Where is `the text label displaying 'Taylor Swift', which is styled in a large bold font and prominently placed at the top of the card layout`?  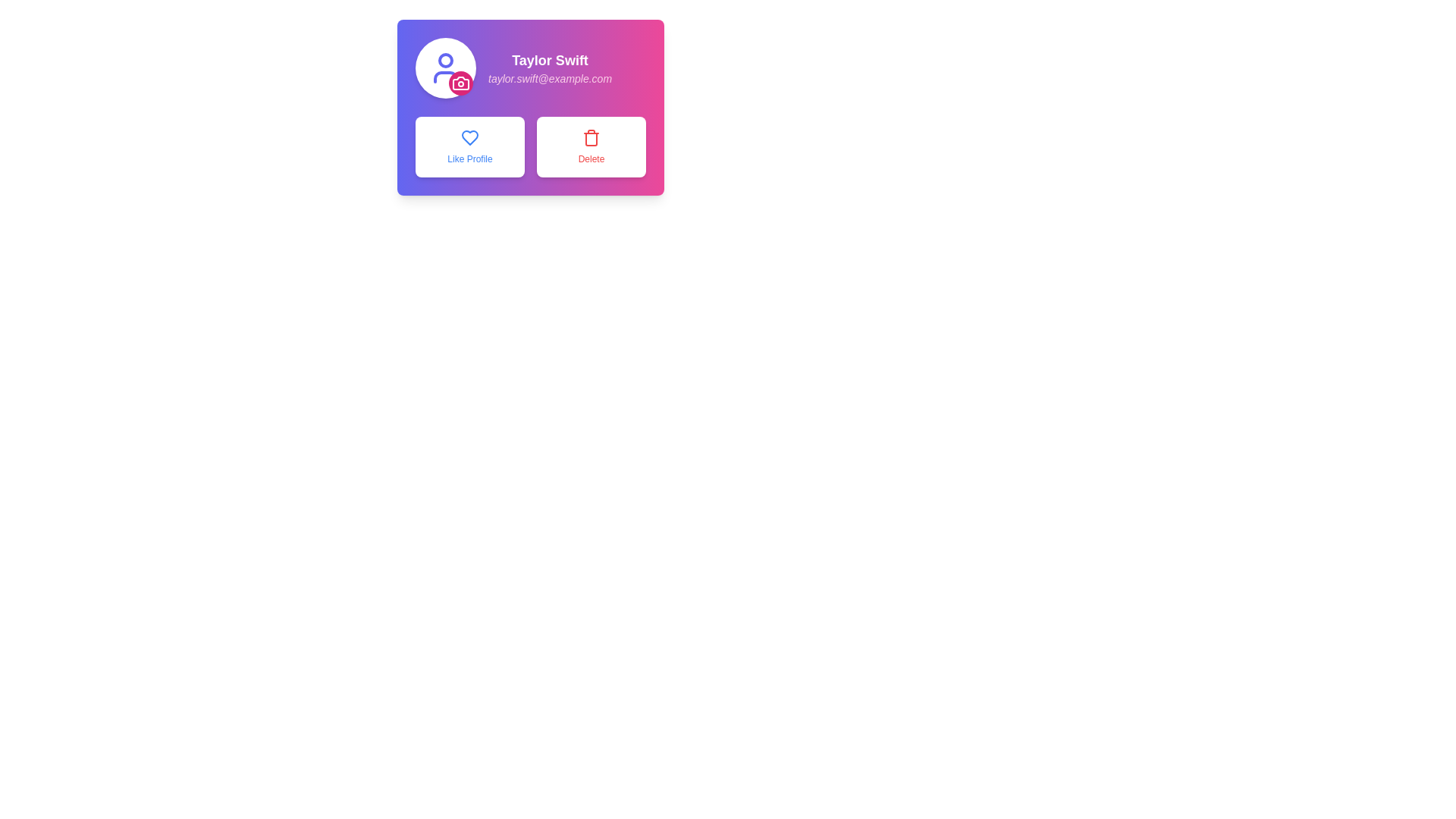
the text label displaying 'Taylor Swift', which is styled in a large bold font and prominently placed at the top of the card layout is located at coordinates (549, 60).